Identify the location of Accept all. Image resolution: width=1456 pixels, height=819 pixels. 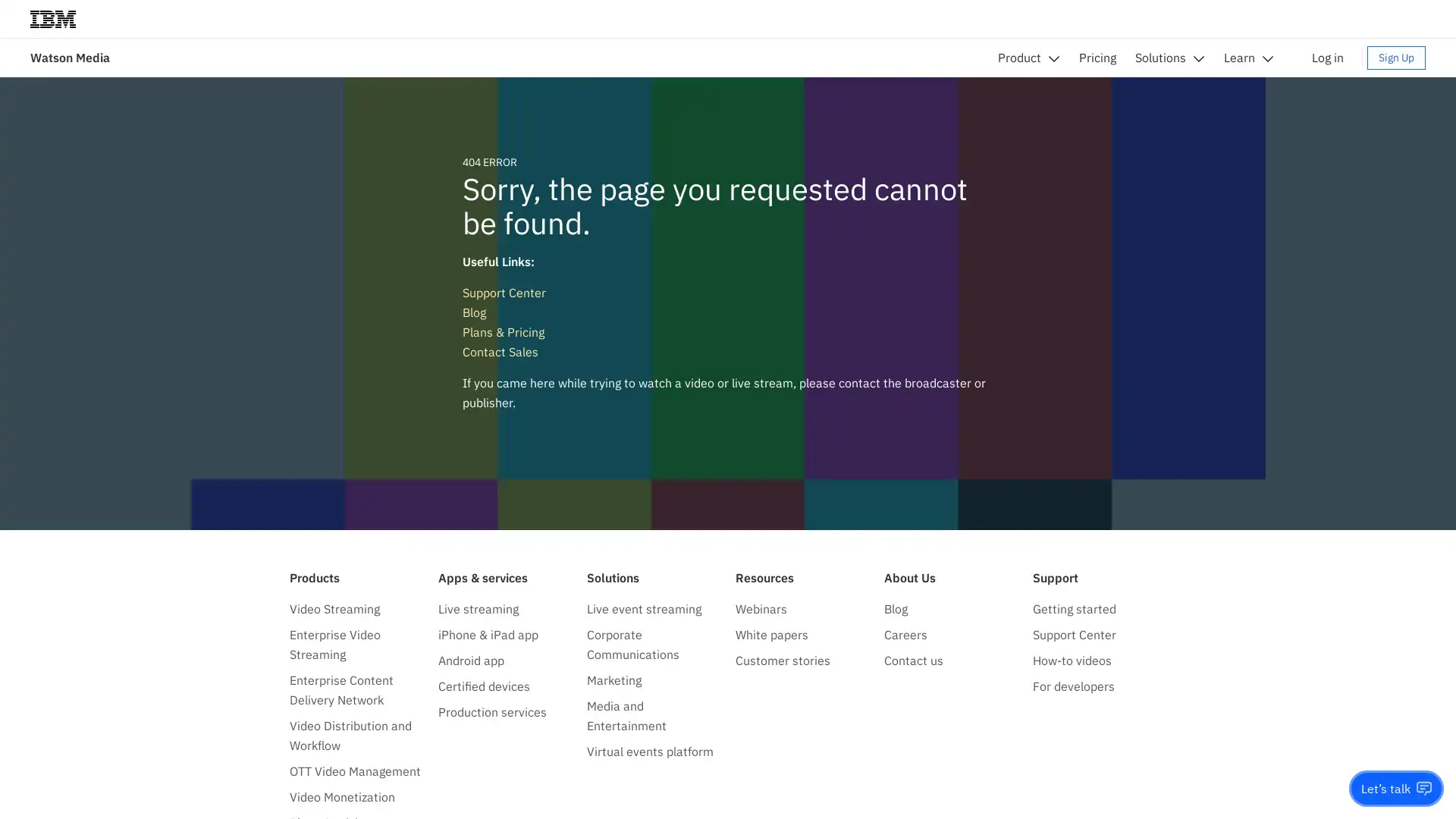
(1333, 714).